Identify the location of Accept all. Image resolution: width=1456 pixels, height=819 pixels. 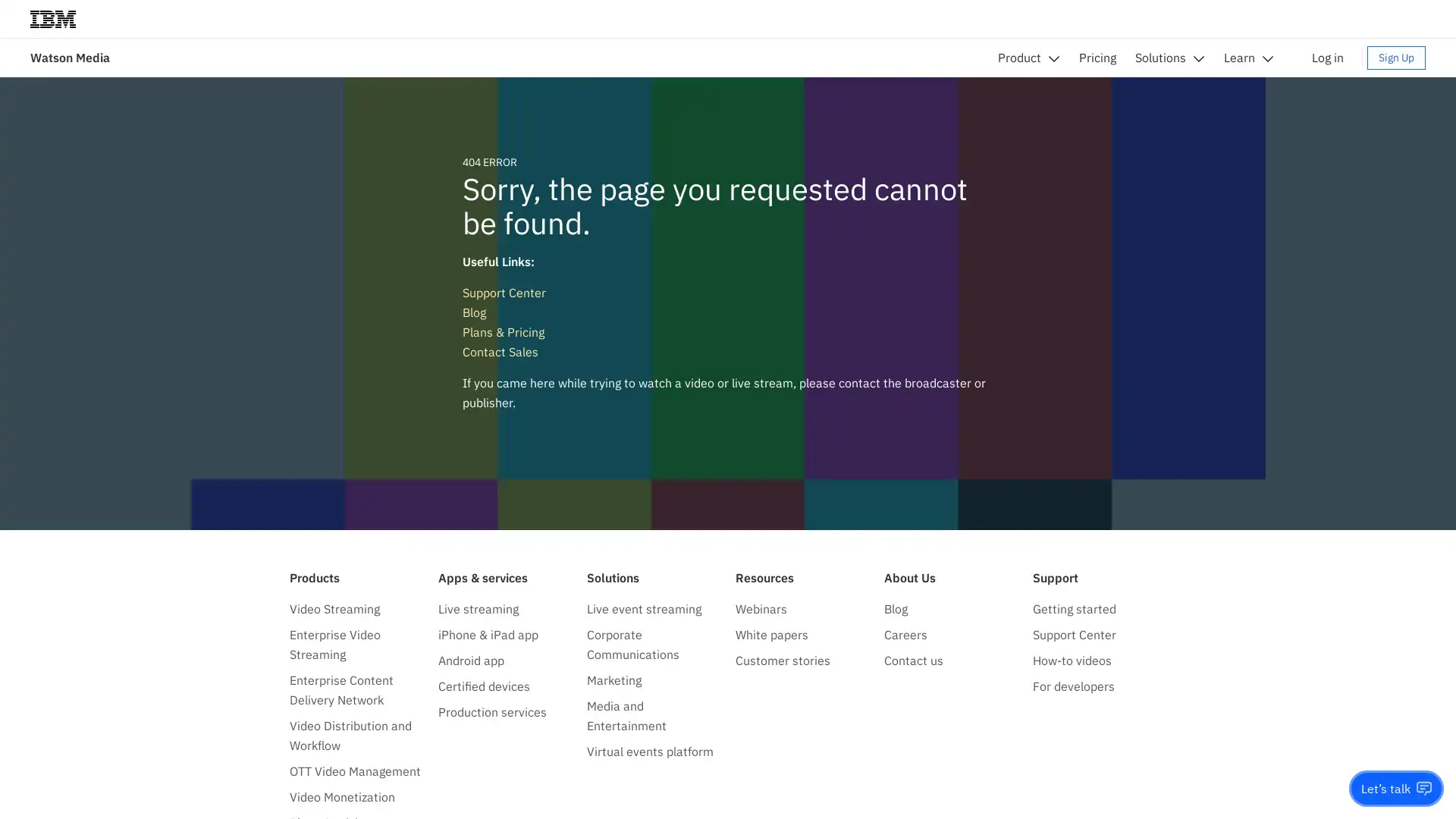
(1333, 714).